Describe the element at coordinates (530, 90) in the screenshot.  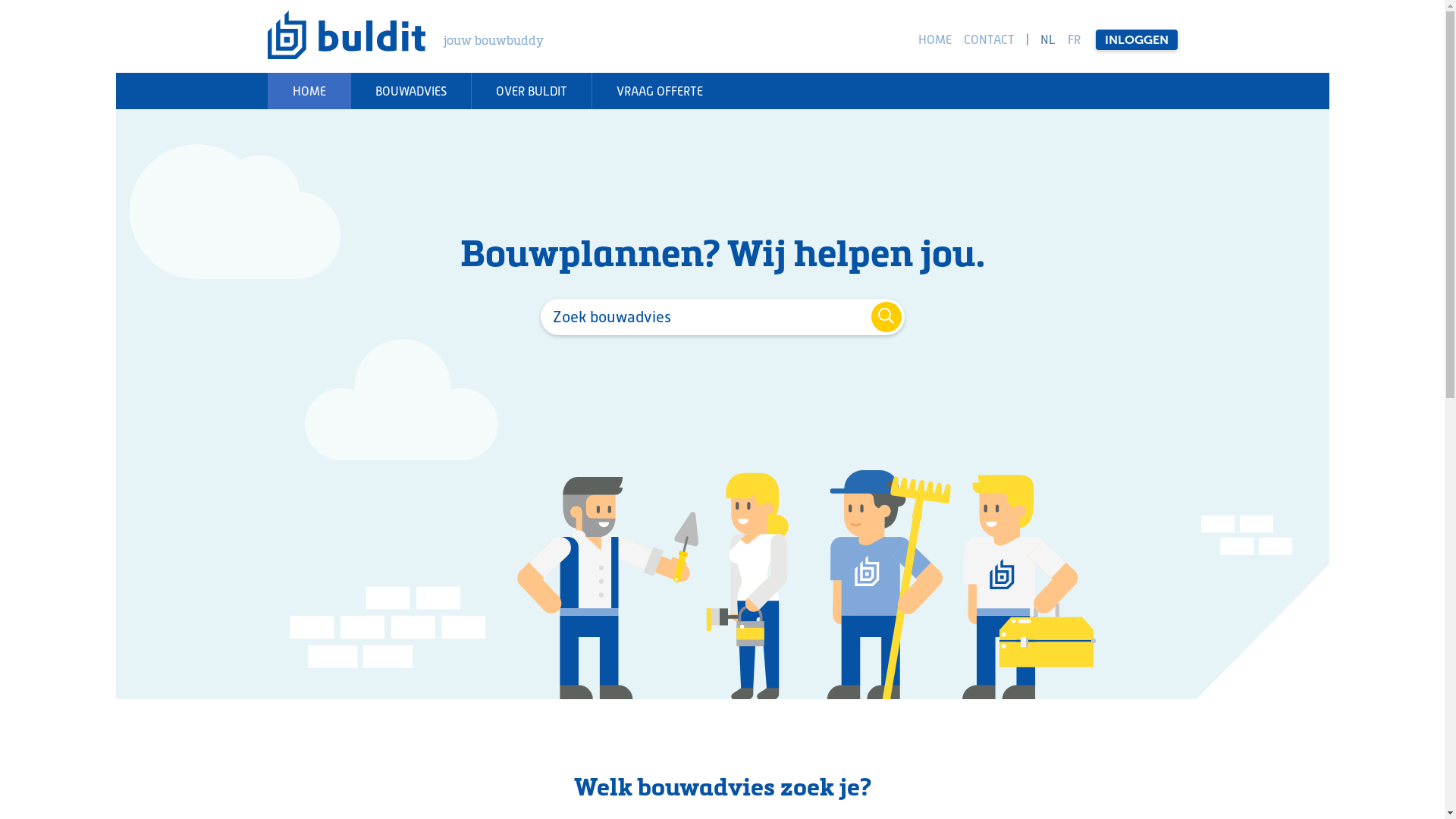
I see `'OVER BULDIT'` at that location.